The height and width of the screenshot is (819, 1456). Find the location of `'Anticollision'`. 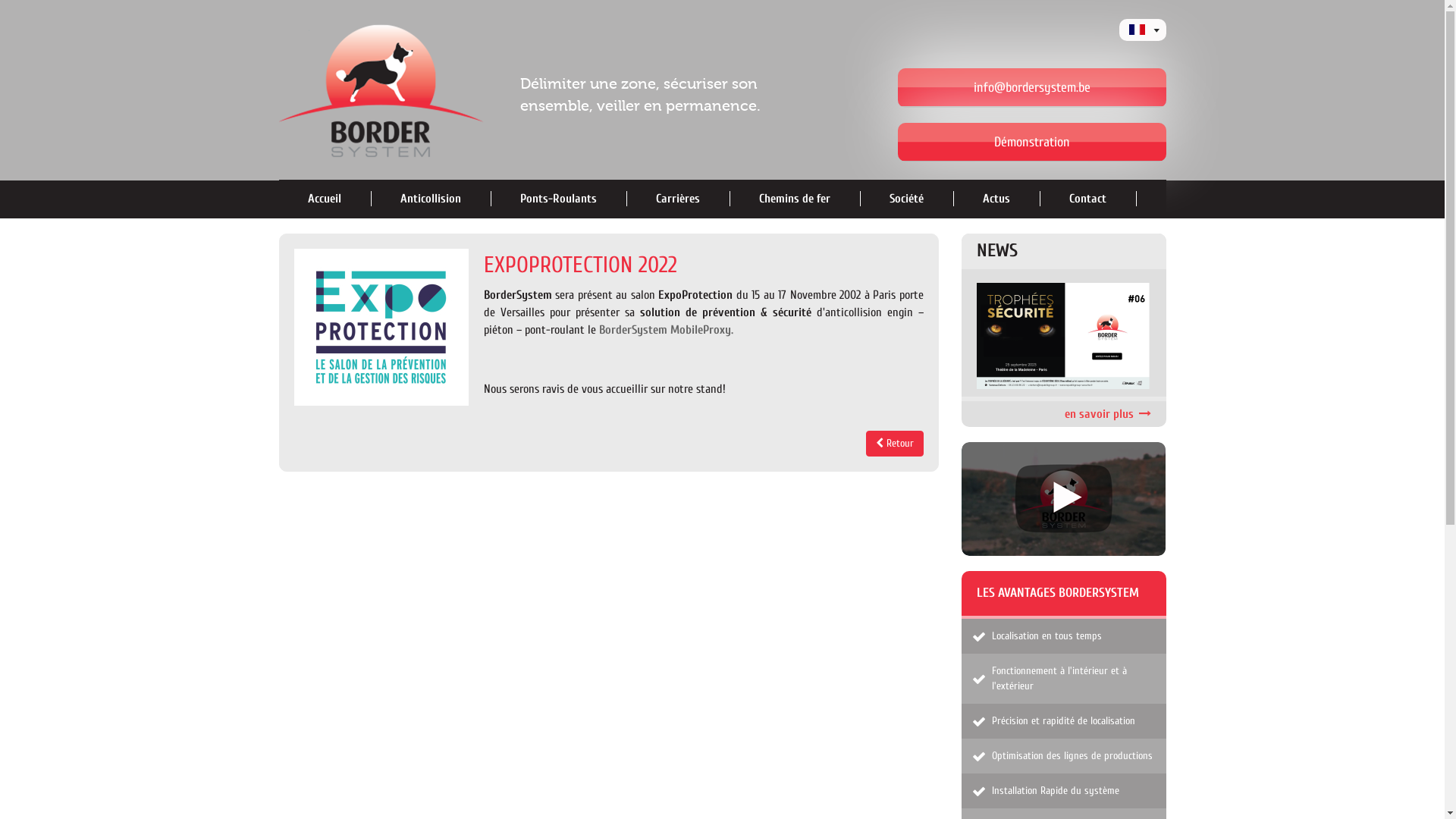

'Anticollision' is located at coordinates (429, 198).